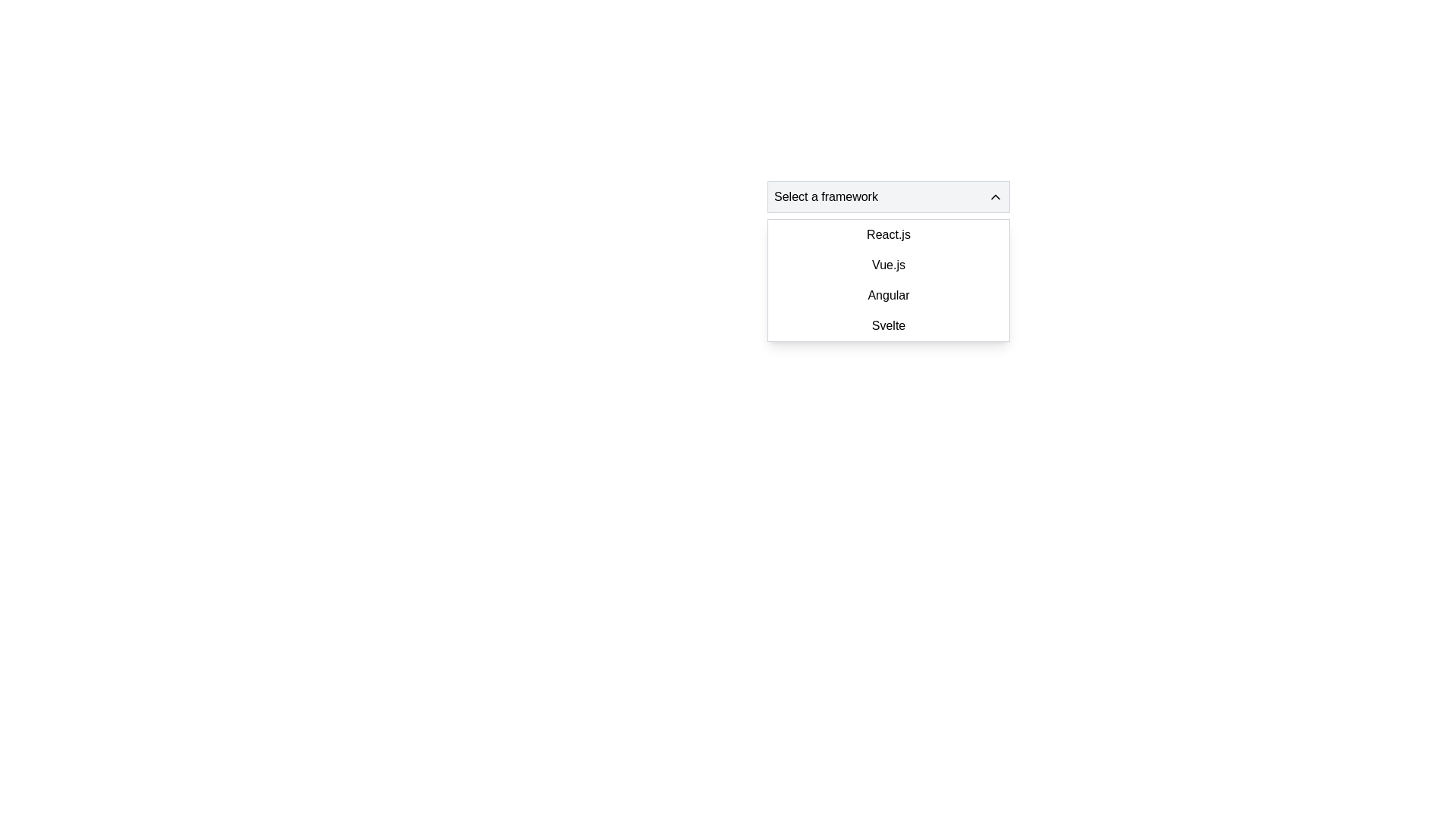 The image size is (1456, 819). I want to click on the 'Svelte' option in the dropdown menu, so click(888, 325).